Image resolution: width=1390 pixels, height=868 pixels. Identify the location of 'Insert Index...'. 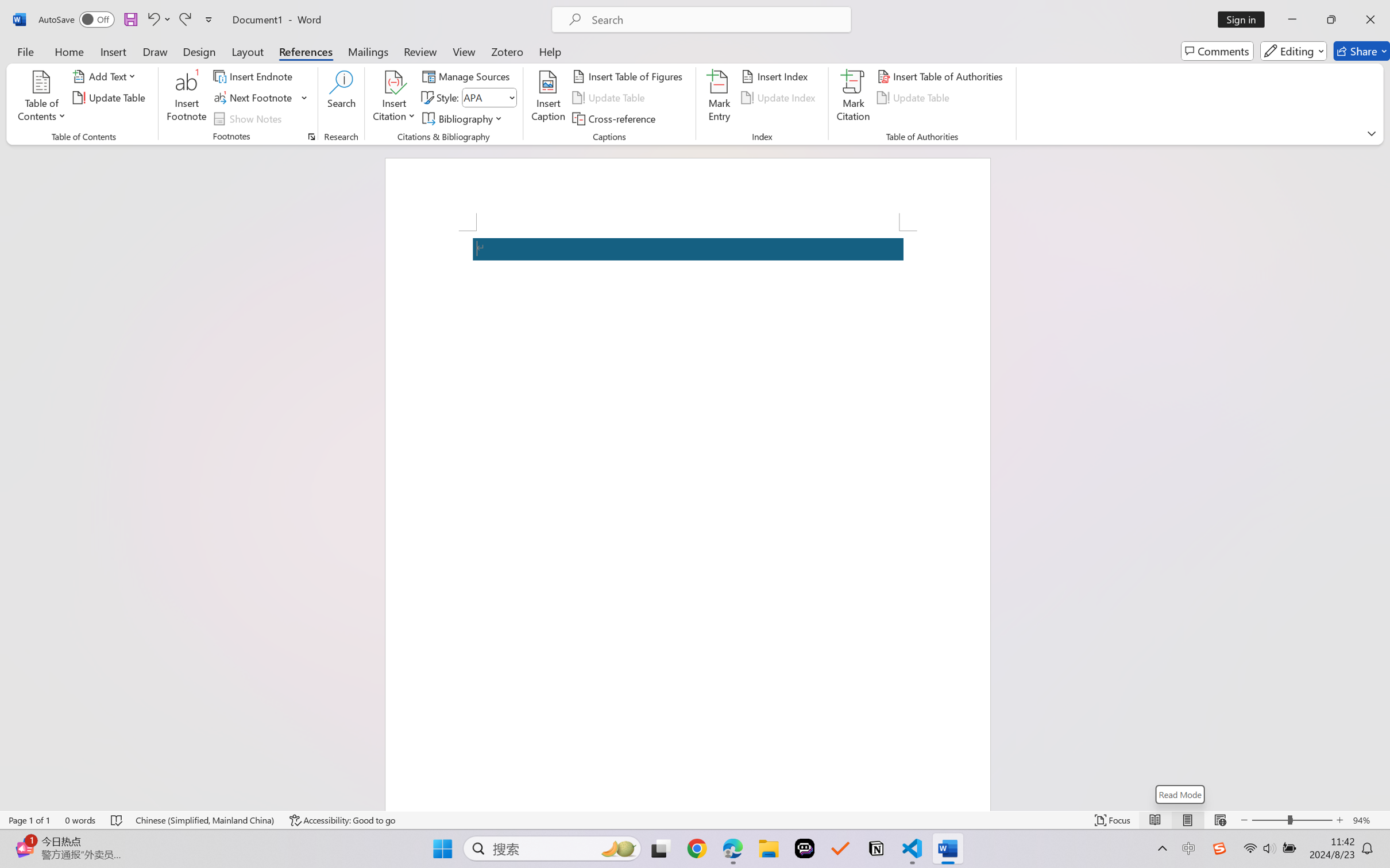
(775, 75).